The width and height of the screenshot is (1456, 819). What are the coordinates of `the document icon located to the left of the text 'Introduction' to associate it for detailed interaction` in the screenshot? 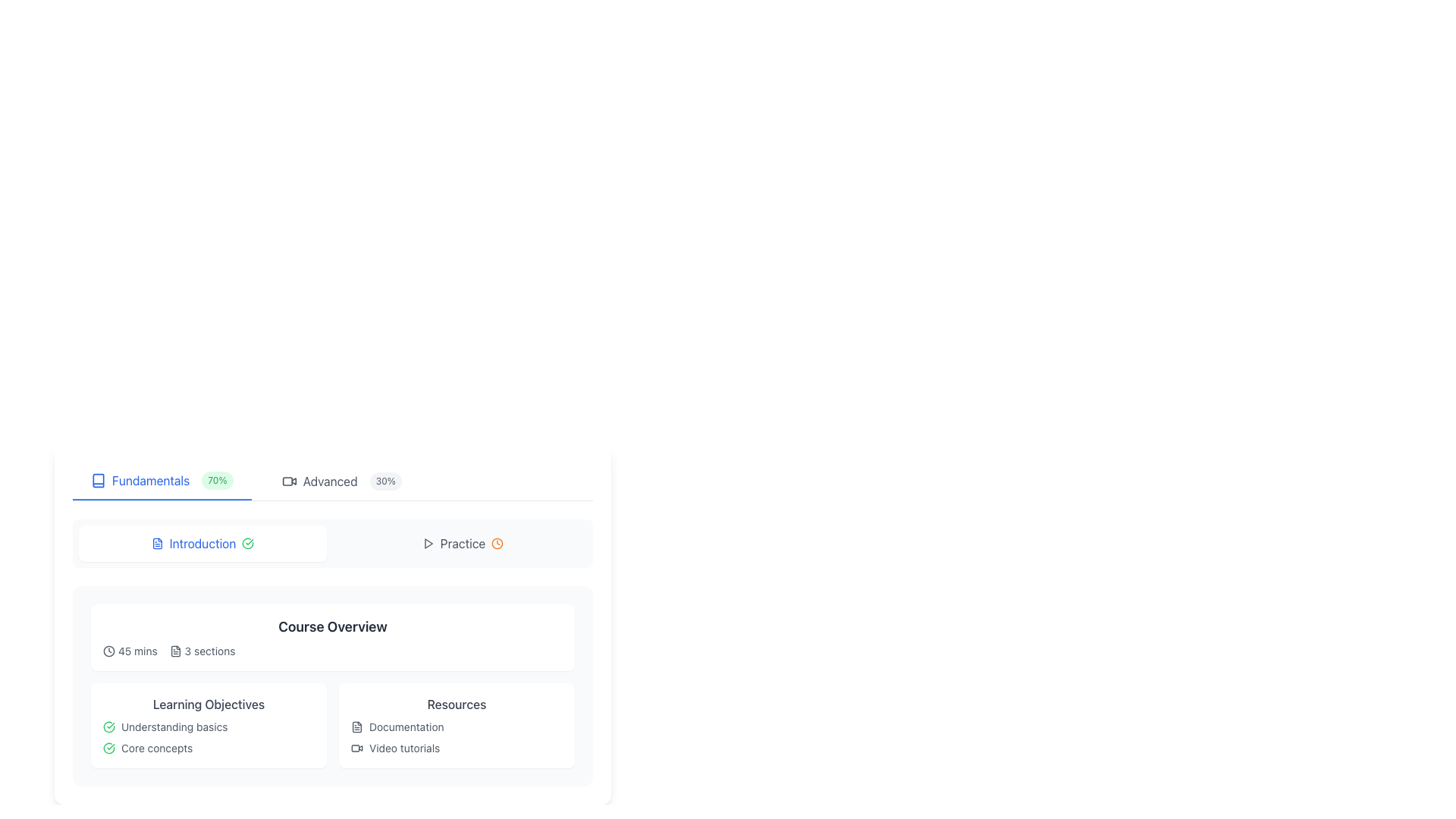 It's located at (157, 543).